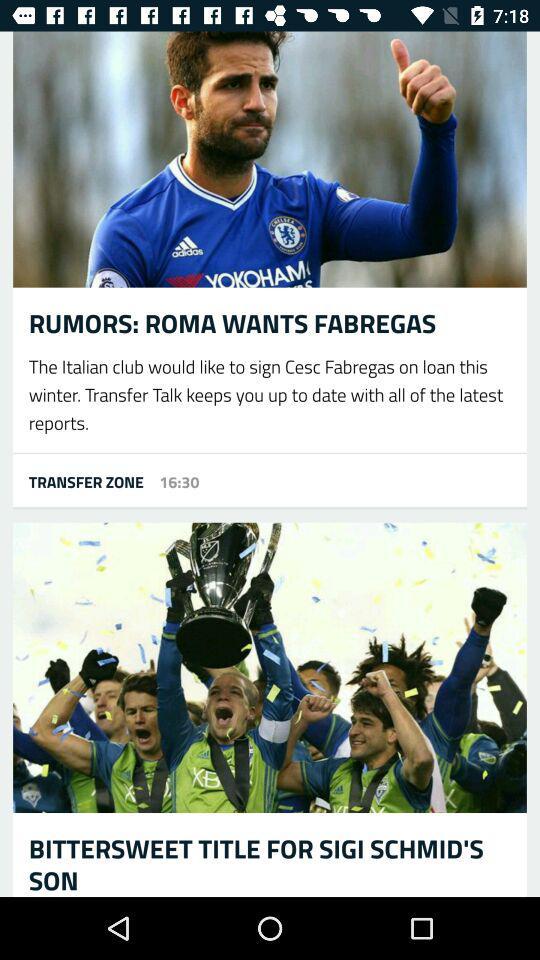  Describe the element at coordinates (77, 480) in the screenshot. I see `the icon to the left of 16:30` at that location.